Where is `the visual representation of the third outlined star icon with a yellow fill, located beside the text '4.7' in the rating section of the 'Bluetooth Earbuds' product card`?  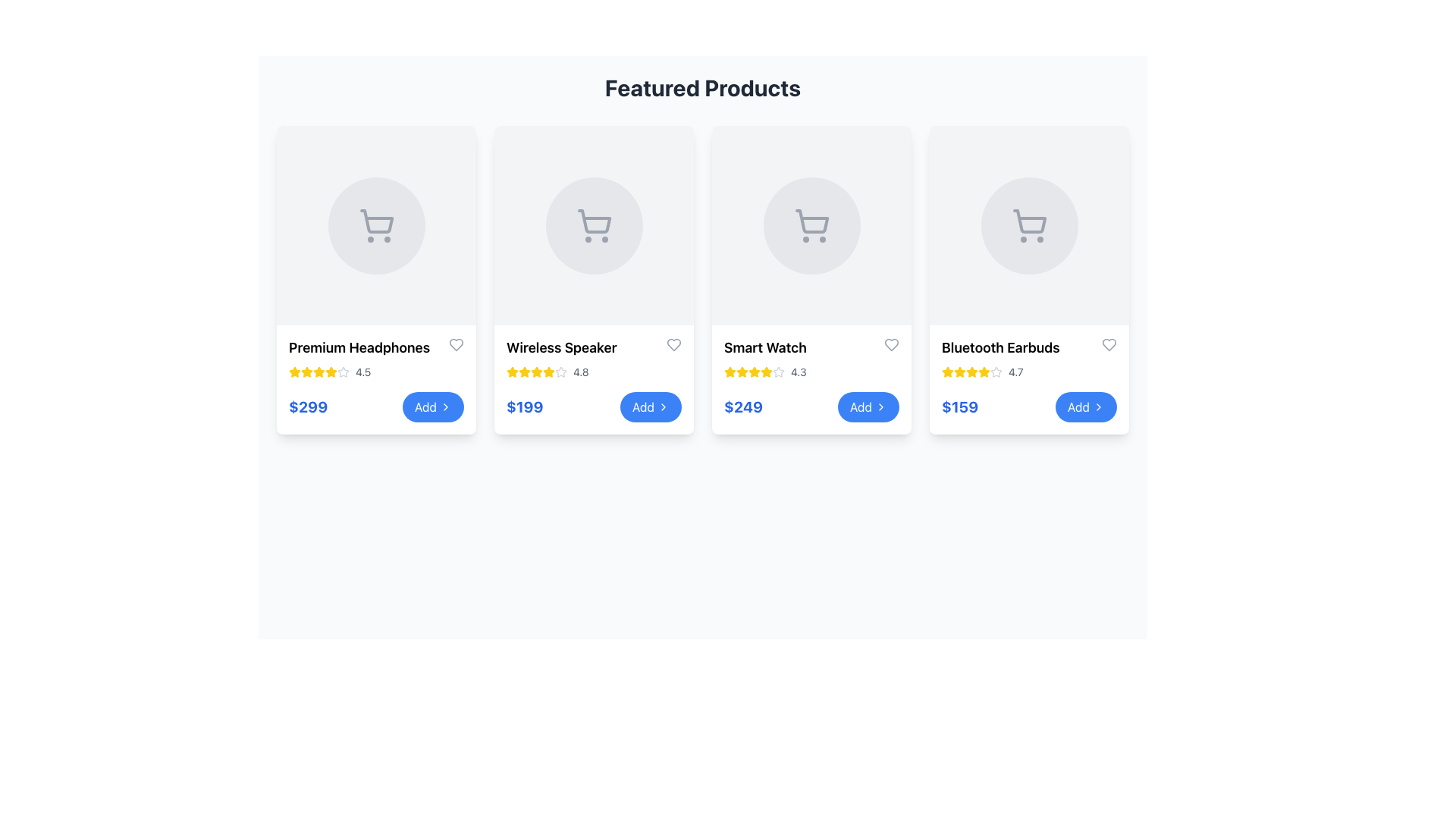
the visual representation of the third outlined star icon with a yellow fill, located beside the text '4.7' in the rating section of the 'Bluetooth Earbuds' product card is located at coordinates (959, 372).